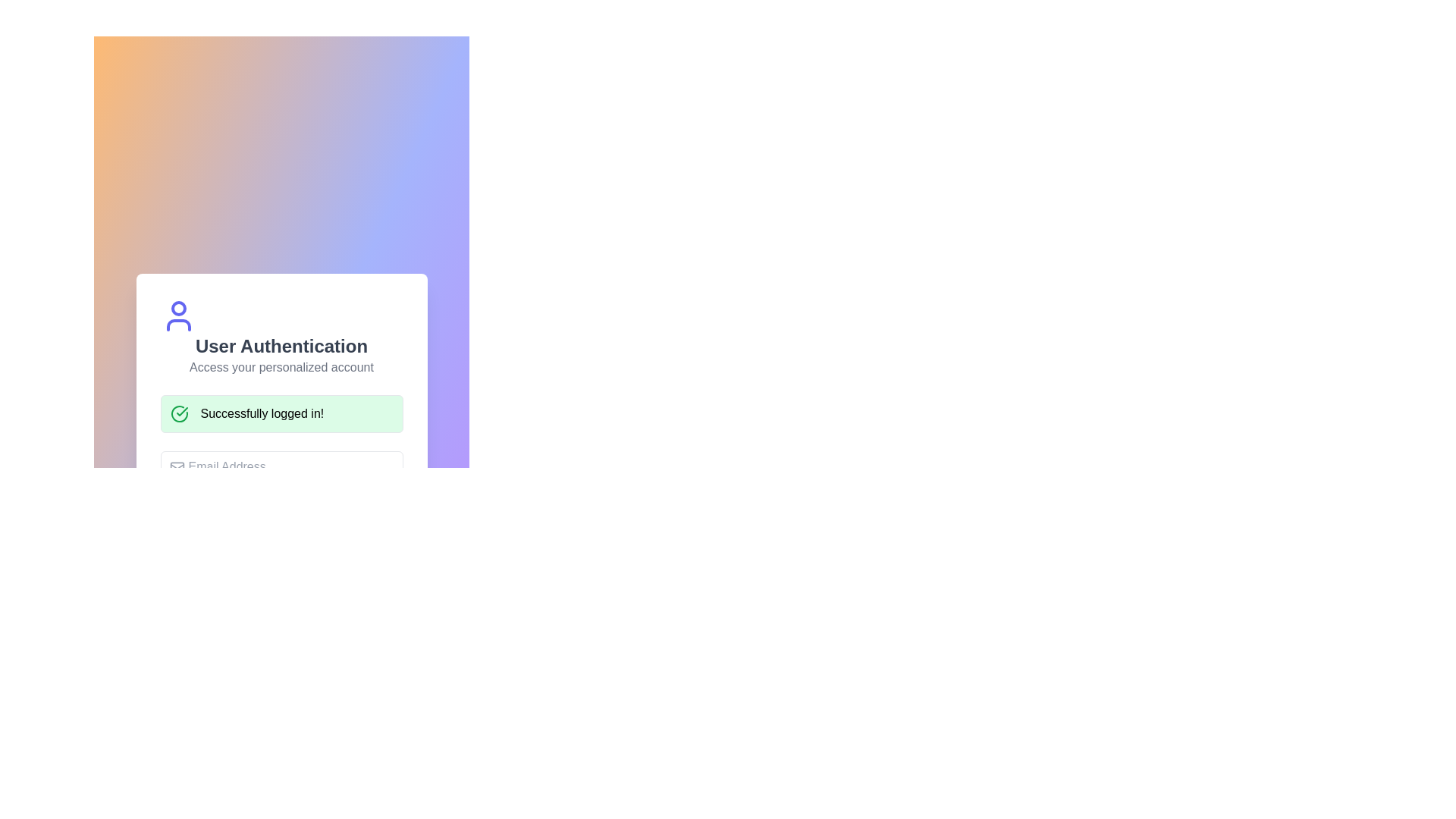 Image resolution: width=1456 pixels, height=819 pixels. Describe the element at coordinates (281, 368) in the screenshot. I see `the text element displaying 'Access your personalized account', which is styled in medium gray and positioned below the 'User Authentication' heading` at that location.